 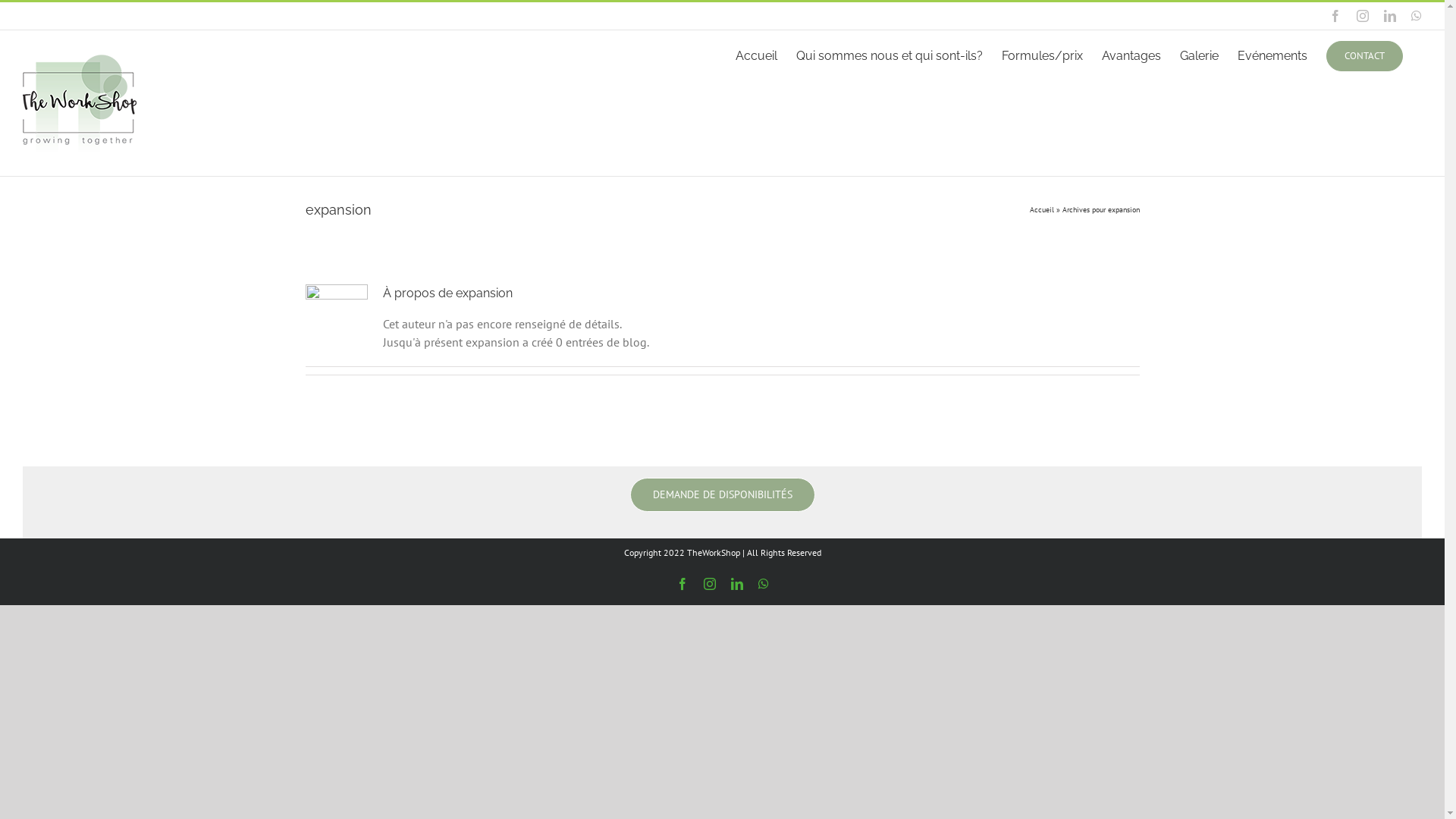 I want to click on 'Facebook', so click(x=1335, y=15).